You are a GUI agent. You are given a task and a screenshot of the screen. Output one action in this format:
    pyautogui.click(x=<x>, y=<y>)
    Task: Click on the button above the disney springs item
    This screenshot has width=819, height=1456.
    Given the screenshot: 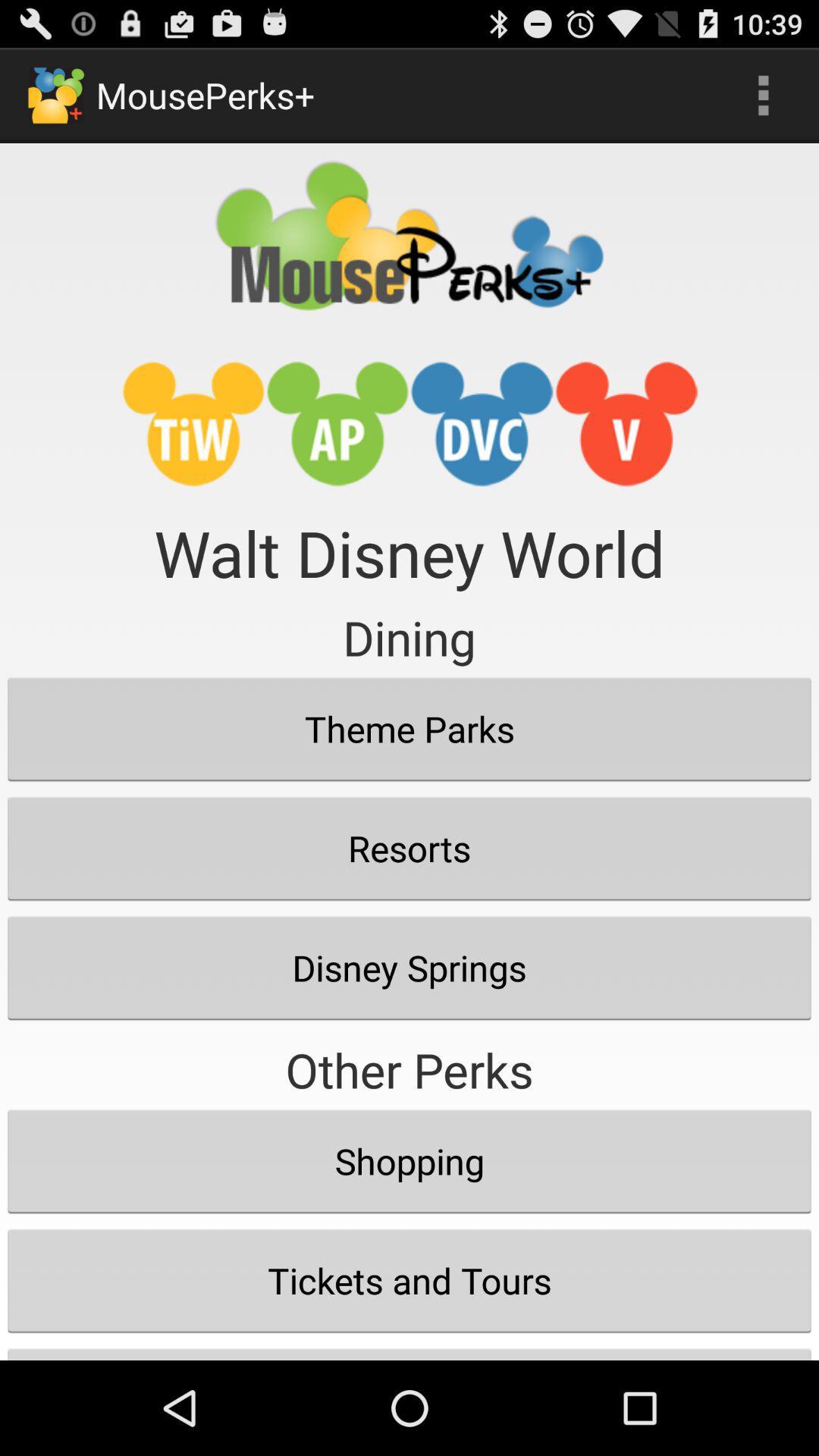 What is the action you would take?
    pyautogui.click(x=409, y=847)
    